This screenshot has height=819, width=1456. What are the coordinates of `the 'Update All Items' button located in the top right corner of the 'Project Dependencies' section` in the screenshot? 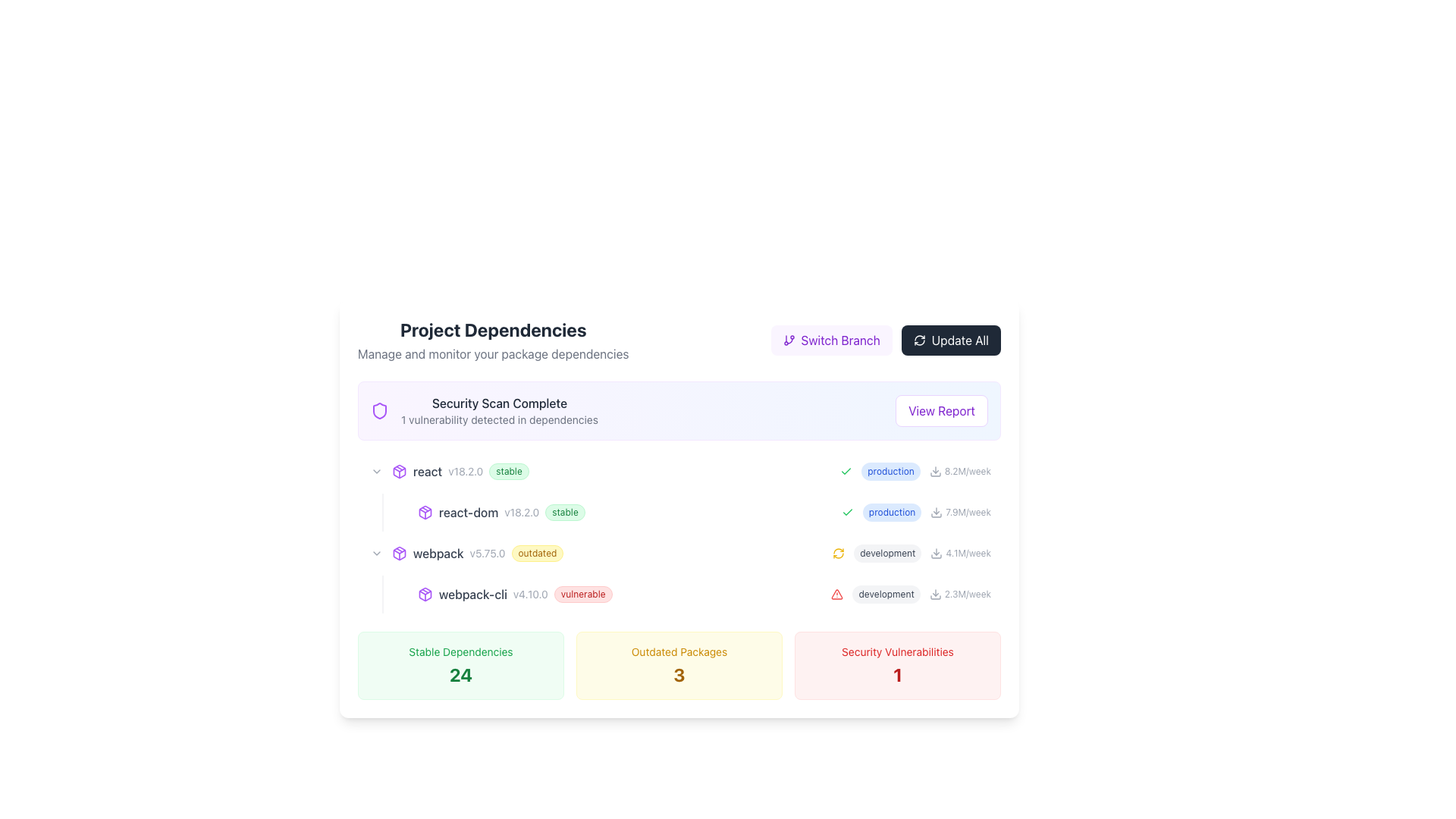 It's located at (950, 339).